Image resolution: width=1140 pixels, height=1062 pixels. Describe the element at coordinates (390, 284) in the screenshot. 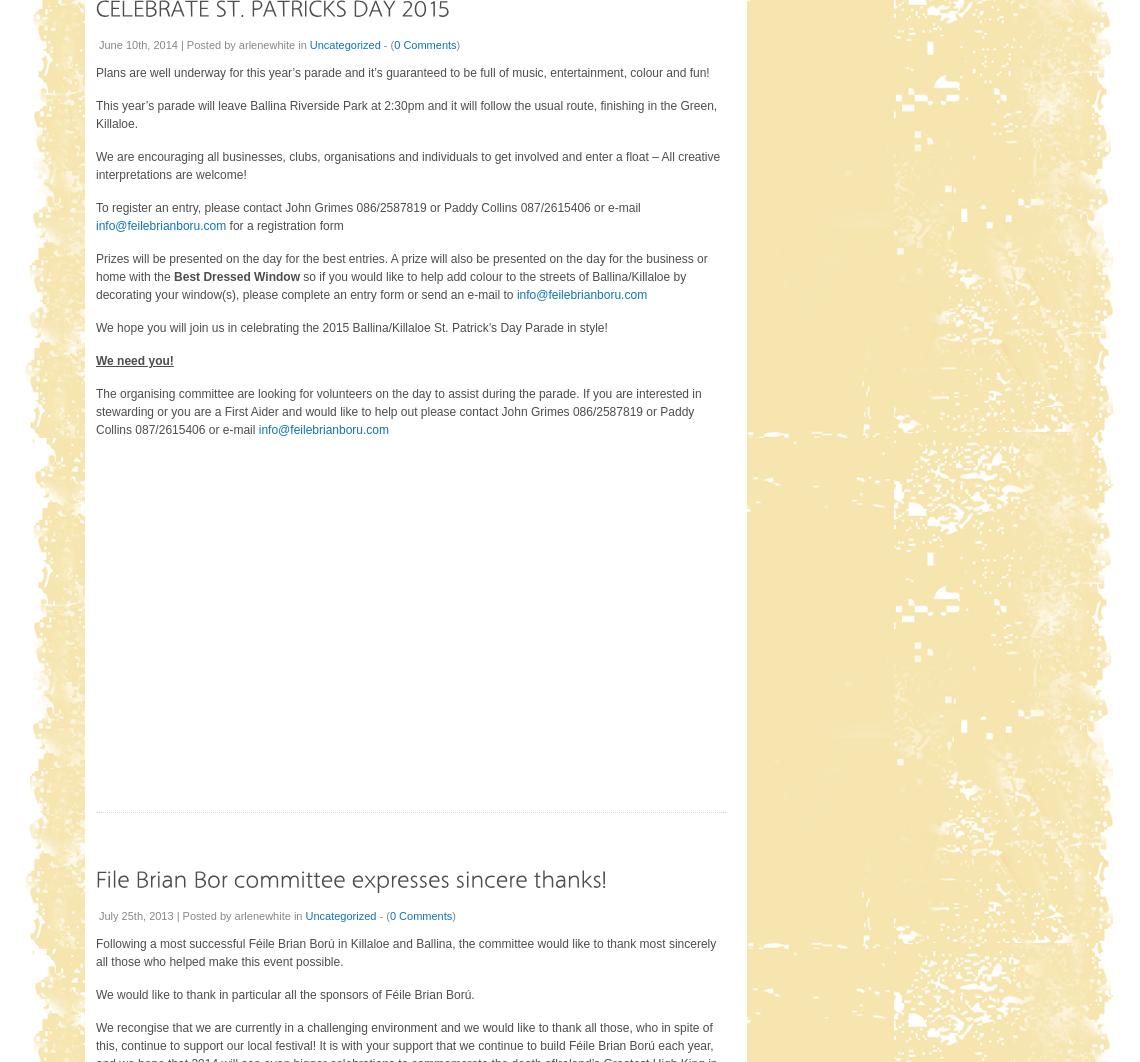

I see `'so if you would like to help add colour to the streets of Ballina/Killaloe by decorating your window(s), please complete an entry form or send an e-mail to'` at that location.